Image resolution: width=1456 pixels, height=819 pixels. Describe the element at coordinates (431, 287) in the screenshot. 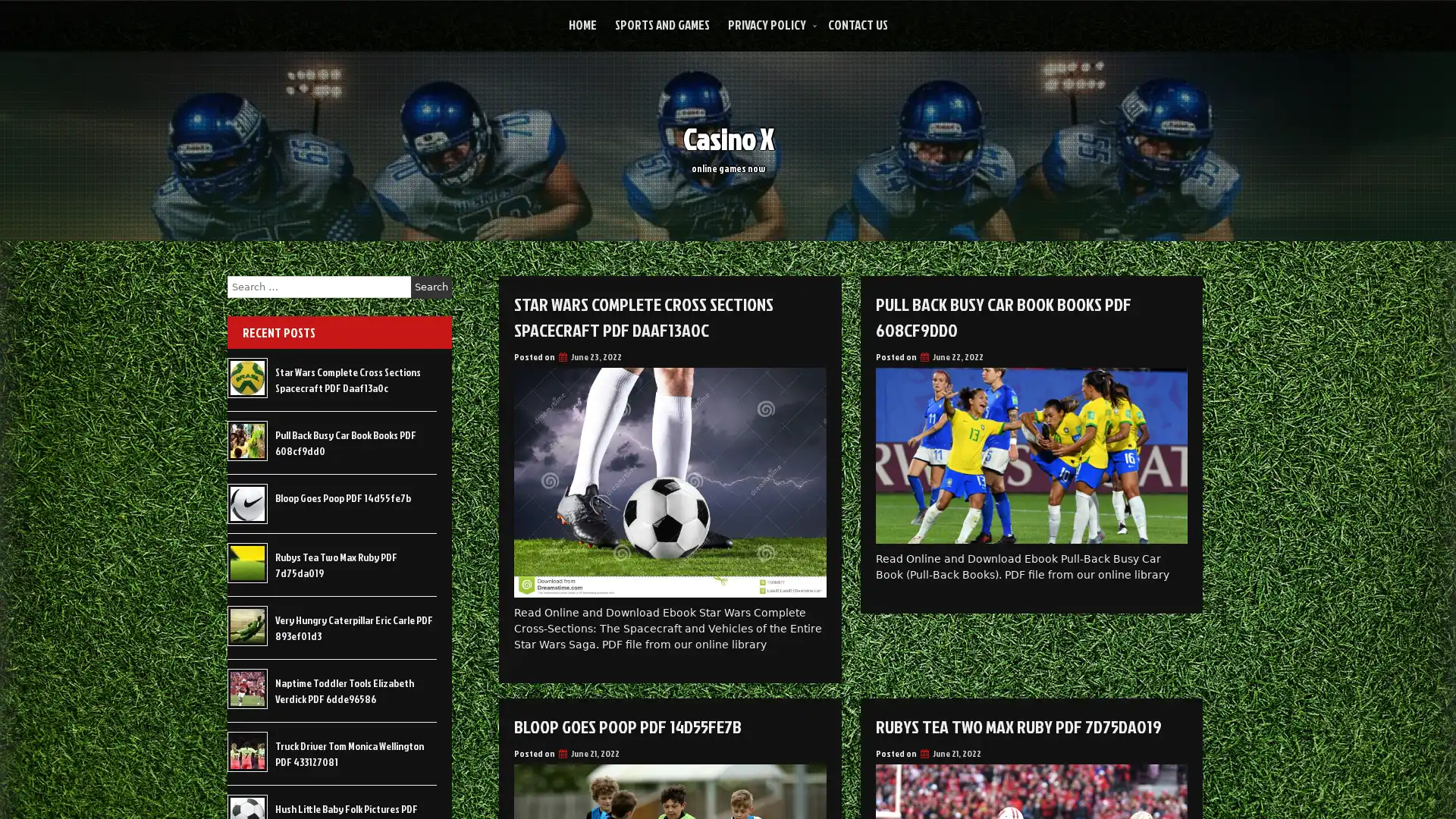

I see `Search` at that location.